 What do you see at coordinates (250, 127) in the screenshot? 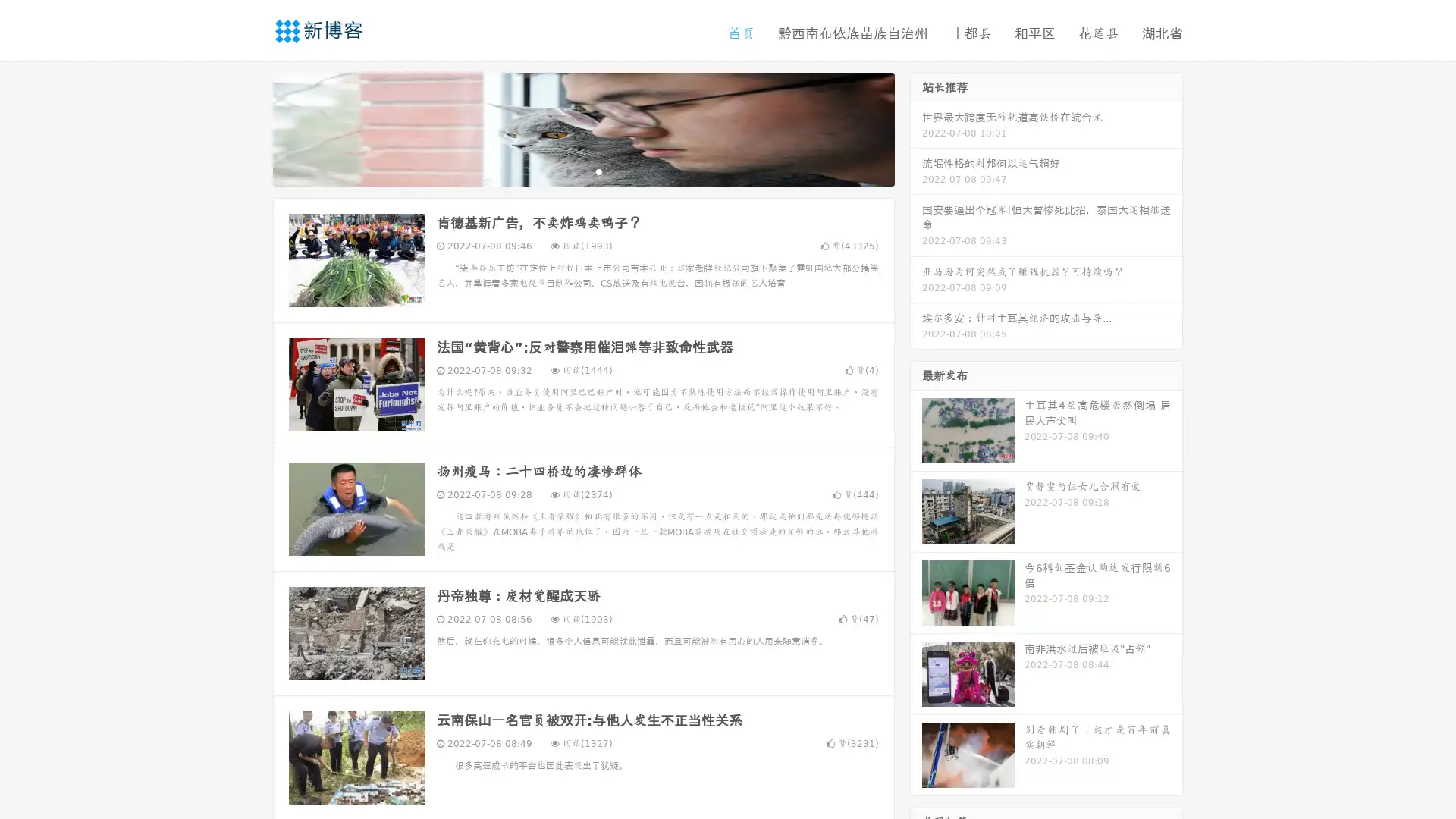
I see `Previous slide` at bounding box center [250, 127].